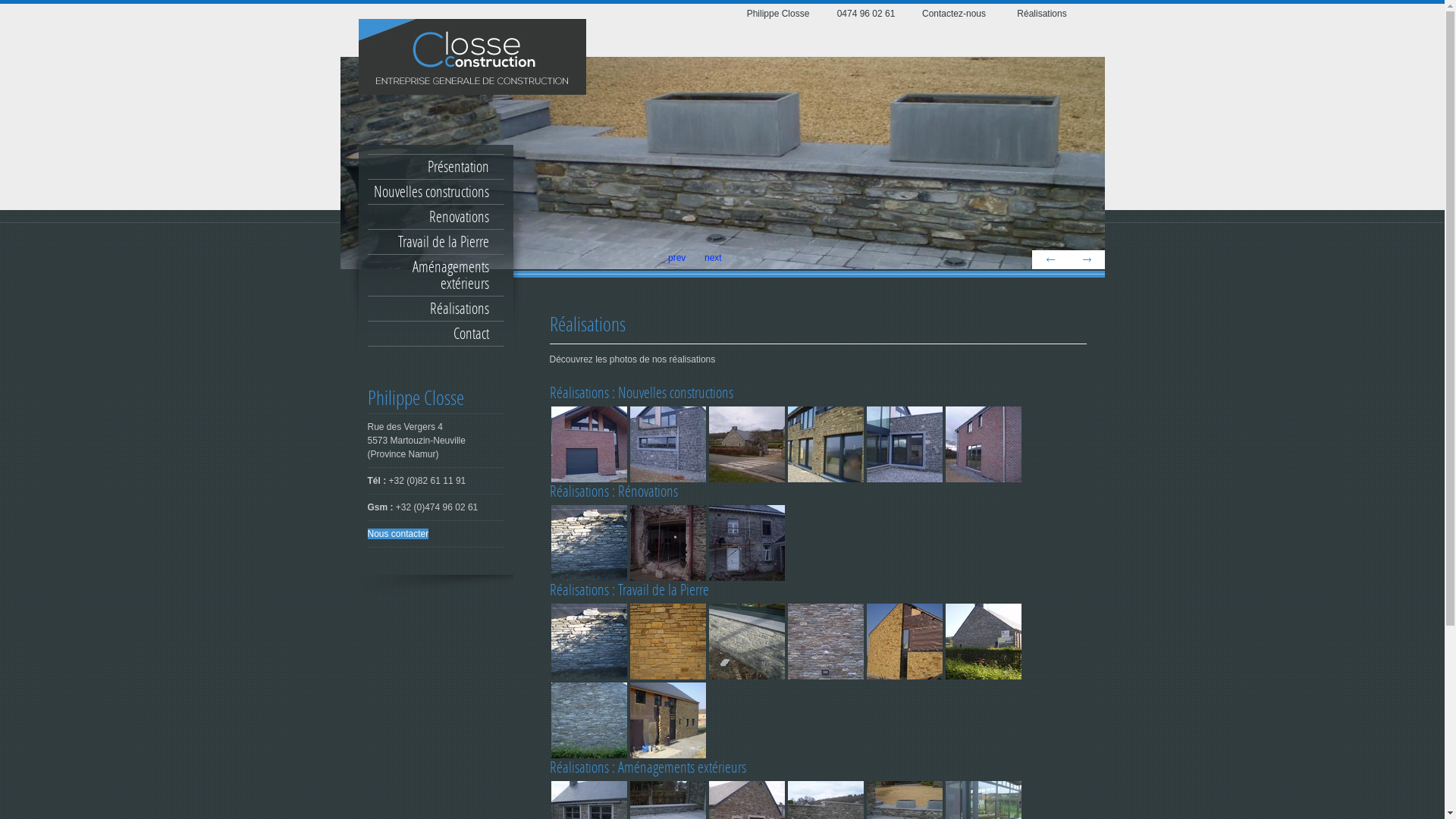 This screenshot has width=1456, height=819. I want to click on 'next', so click(1084, 259).